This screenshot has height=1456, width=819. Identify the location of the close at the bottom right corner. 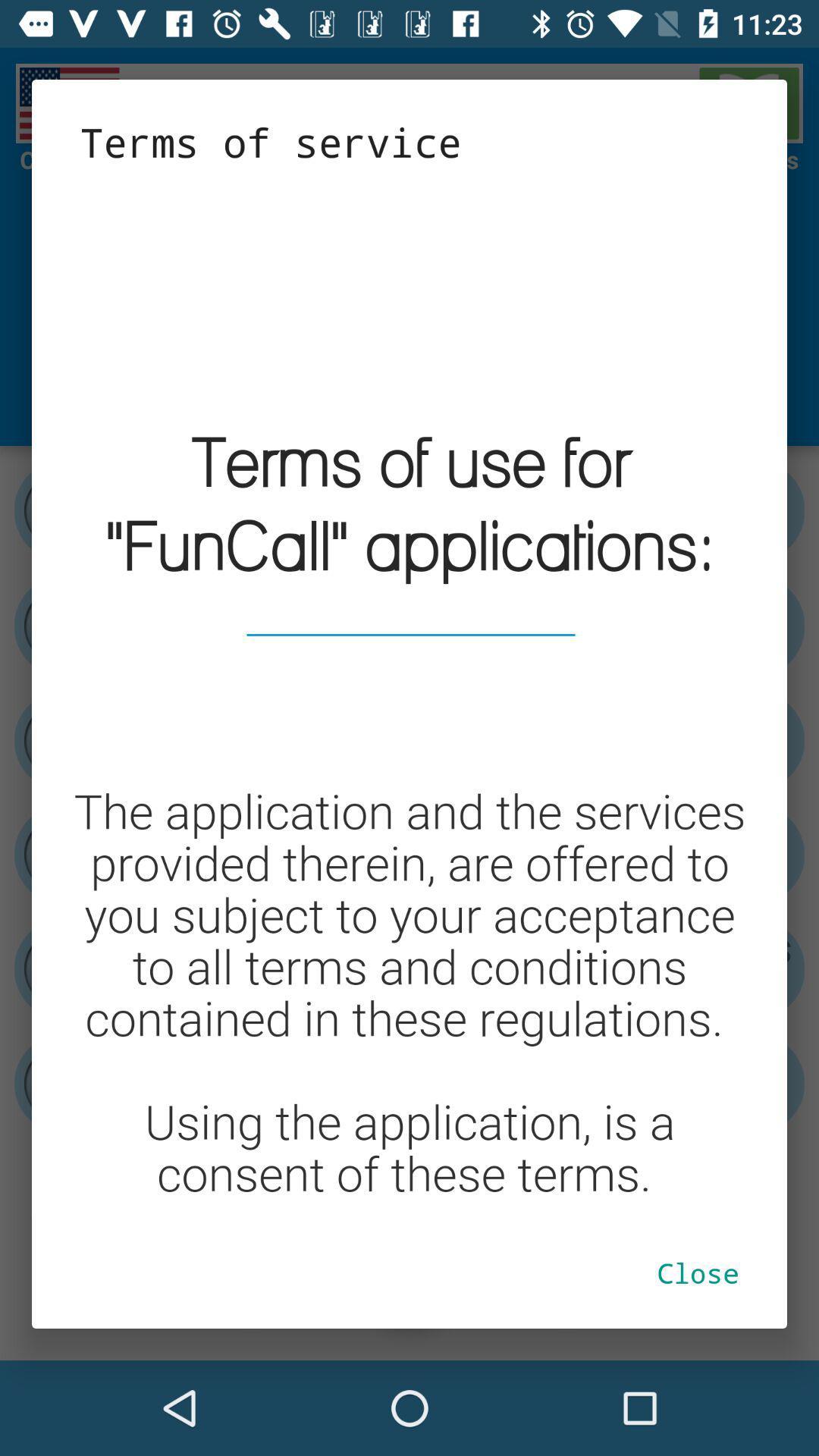
(698, 1272).